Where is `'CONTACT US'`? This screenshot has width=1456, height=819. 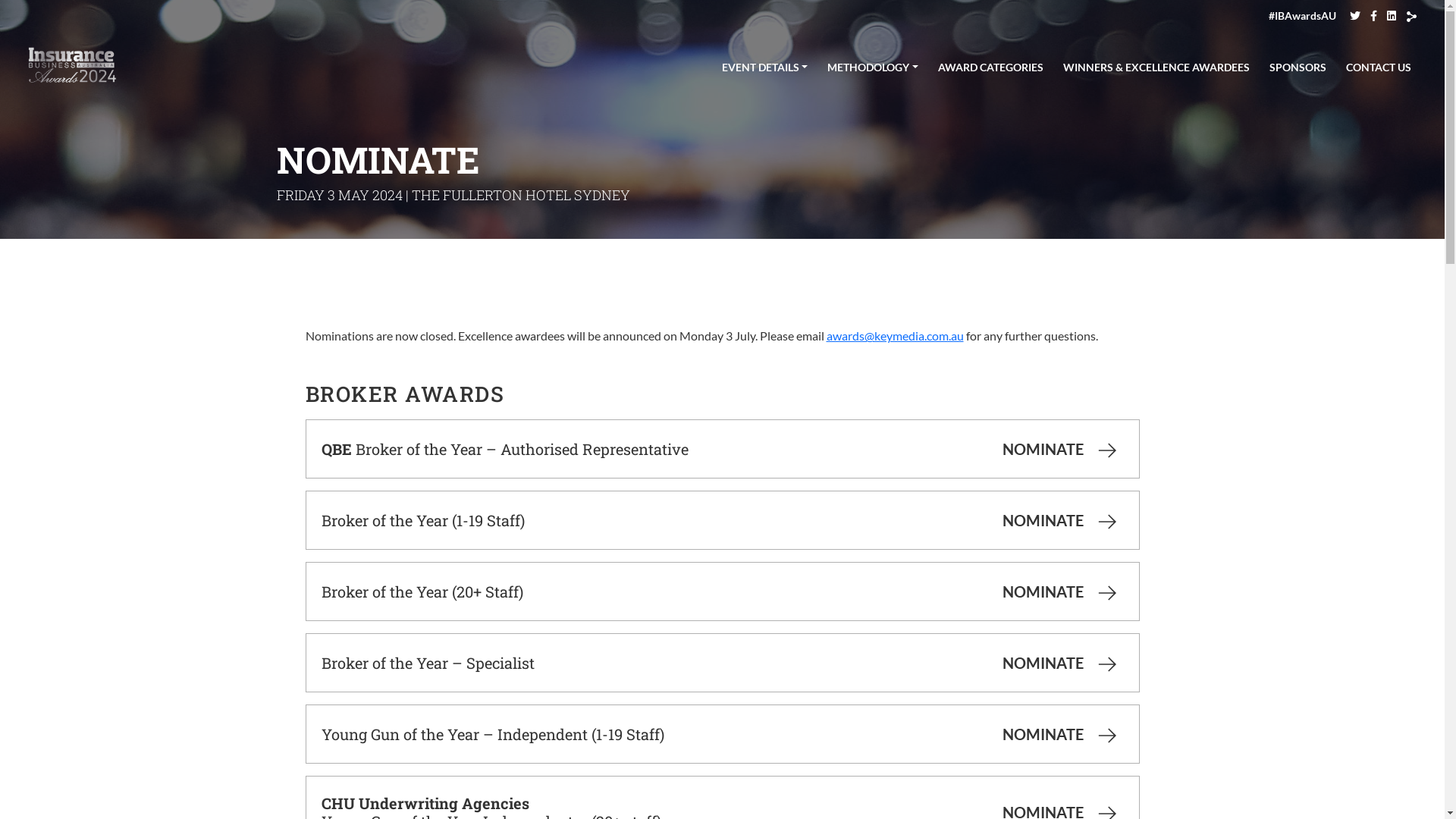 'CONTACT US' is located at coordinates (1379, 64).